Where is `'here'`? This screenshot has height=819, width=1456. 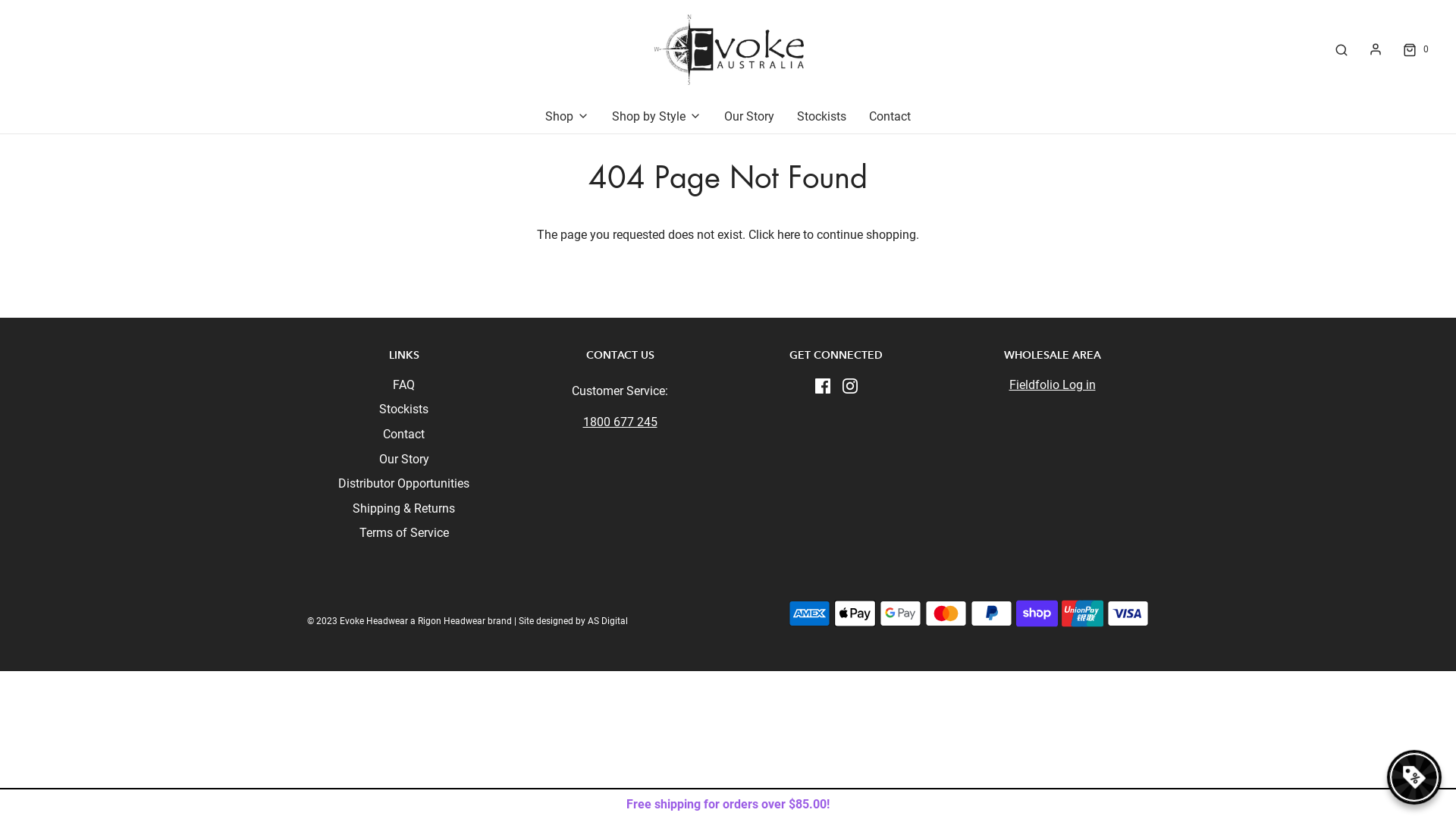
'here' is located at coordinates (777, 234).